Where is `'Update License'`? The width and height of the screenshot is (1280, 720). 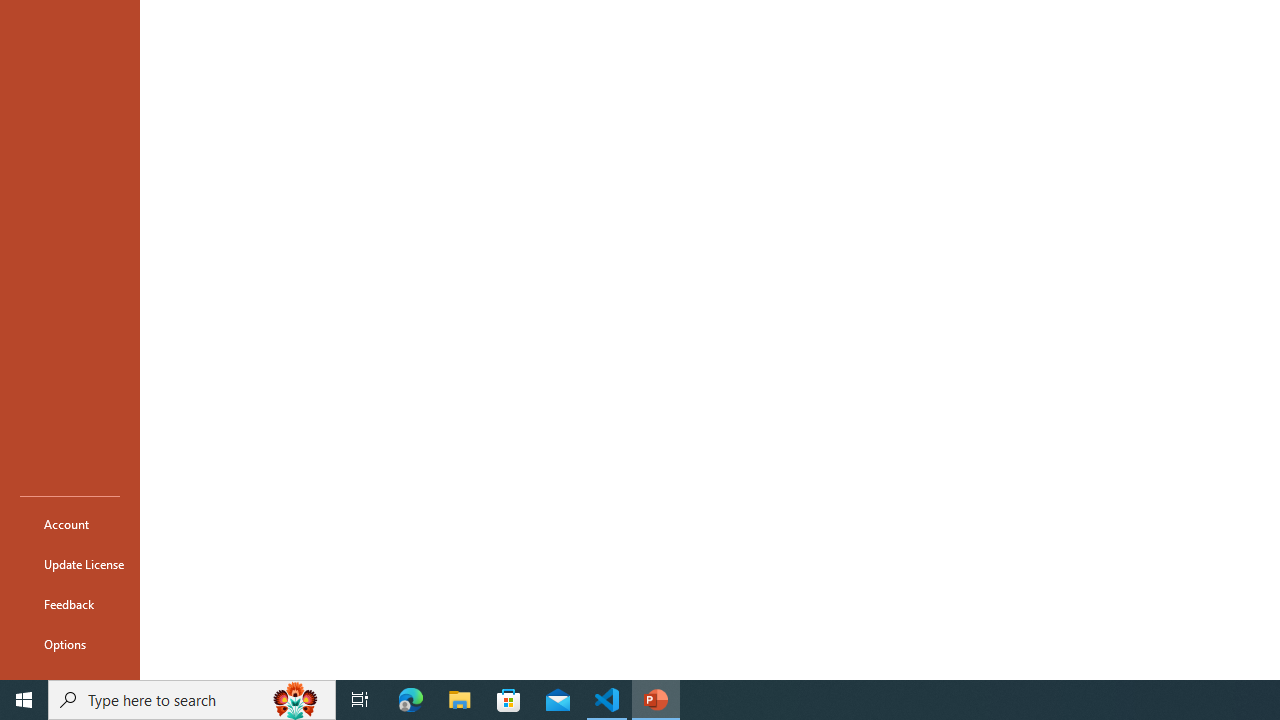
'Update License' is located at coordinates (69, 564).